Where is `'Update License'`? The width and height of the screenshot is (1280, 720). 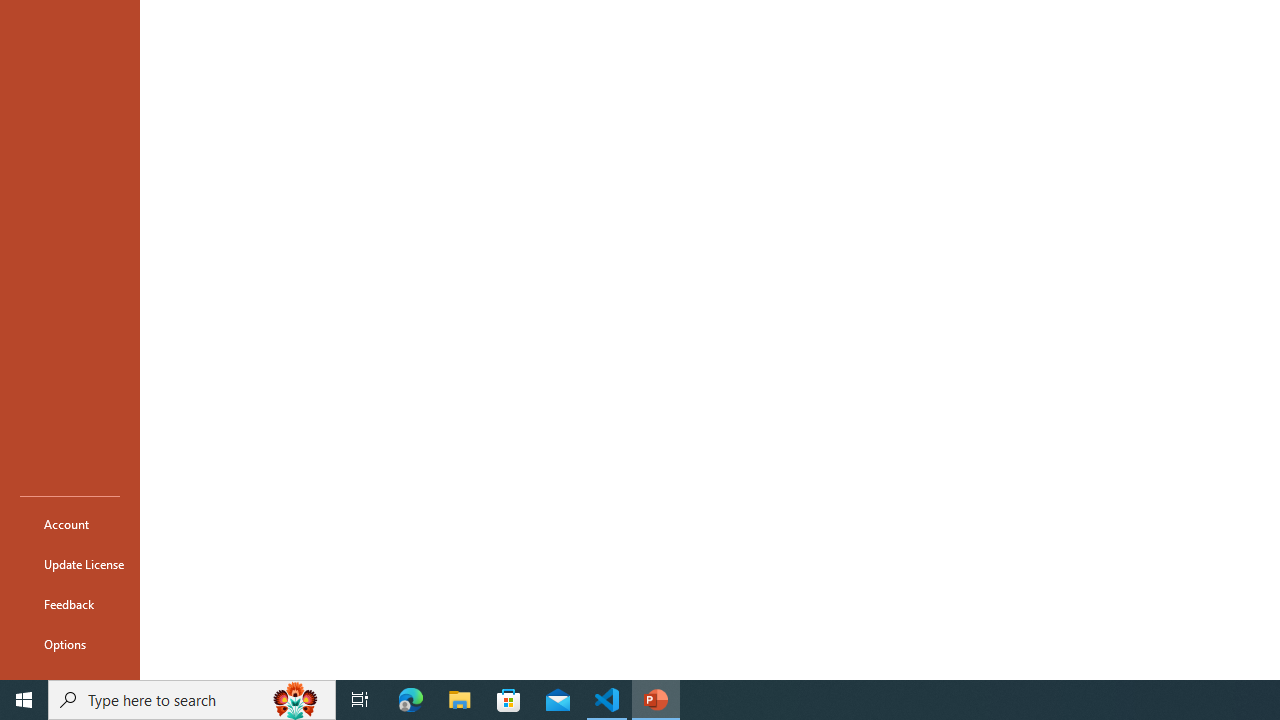
'Update License' is located at coordinates (69, 564).